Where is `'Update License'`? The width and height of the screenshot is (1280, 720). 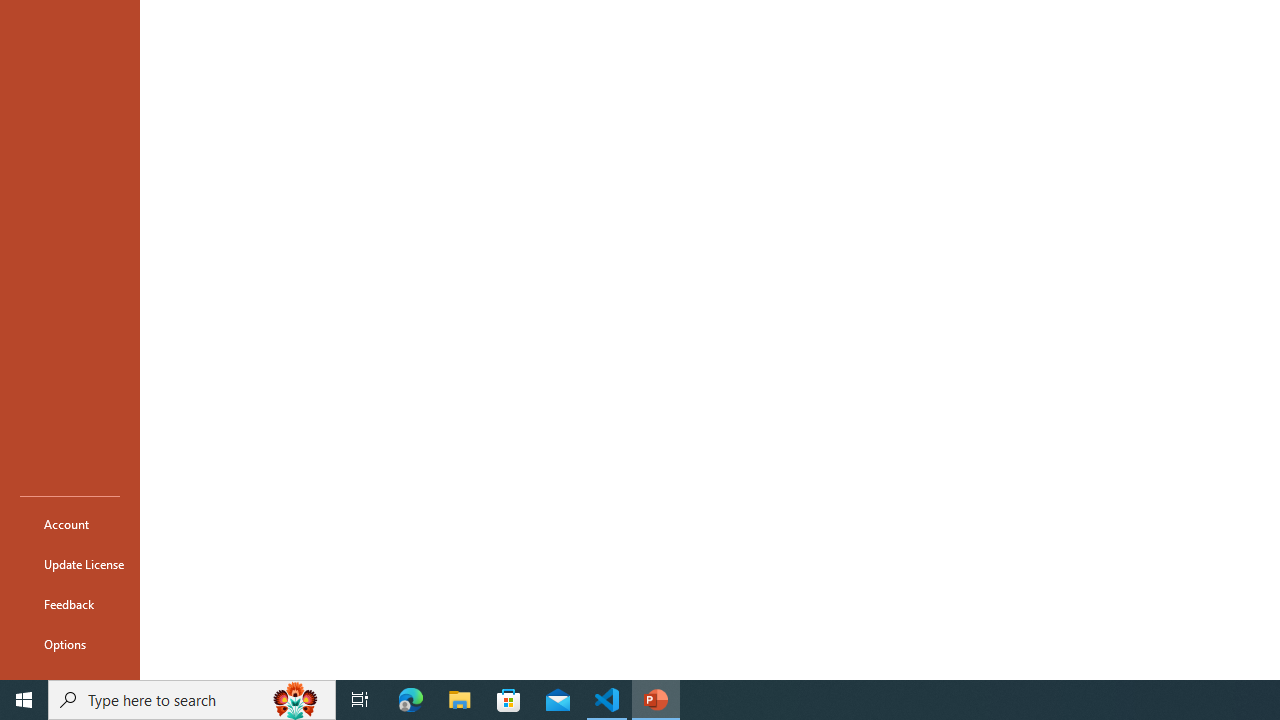
'Update License' is located at coordinates (69, 564).